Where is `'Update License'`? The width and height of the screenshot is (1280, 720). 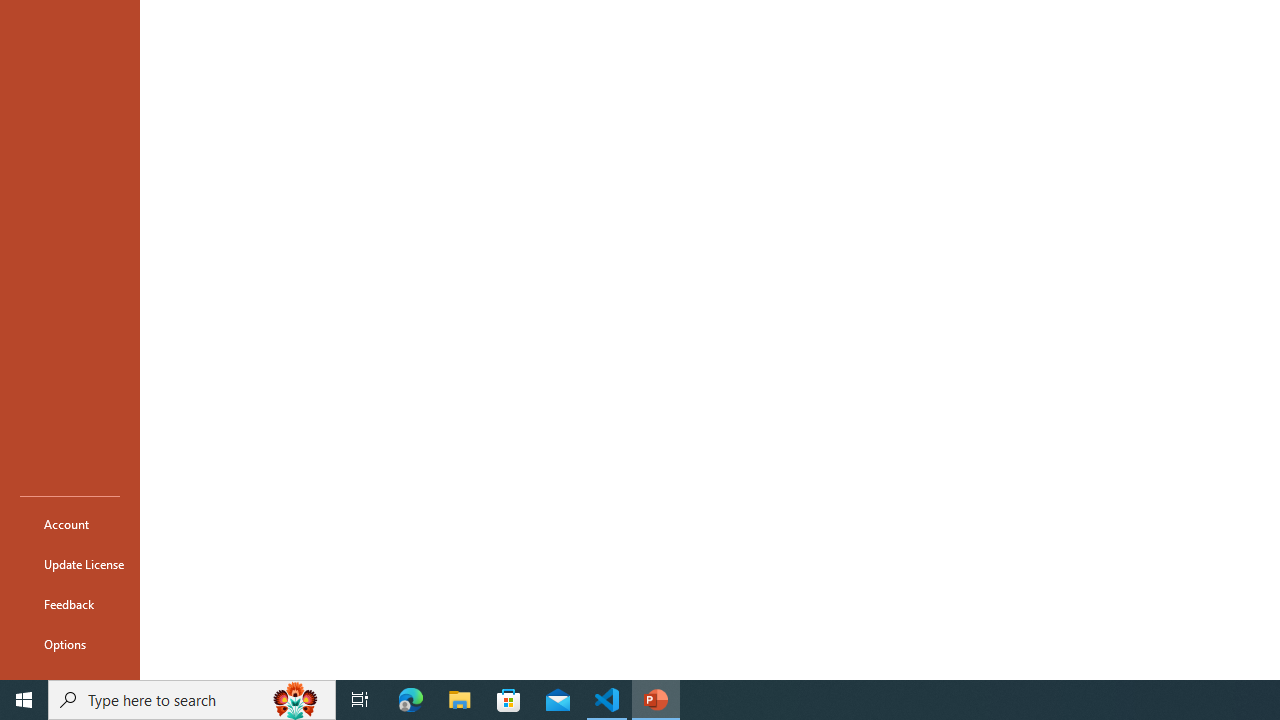
'Update License' is located at coordinates (69, 564).